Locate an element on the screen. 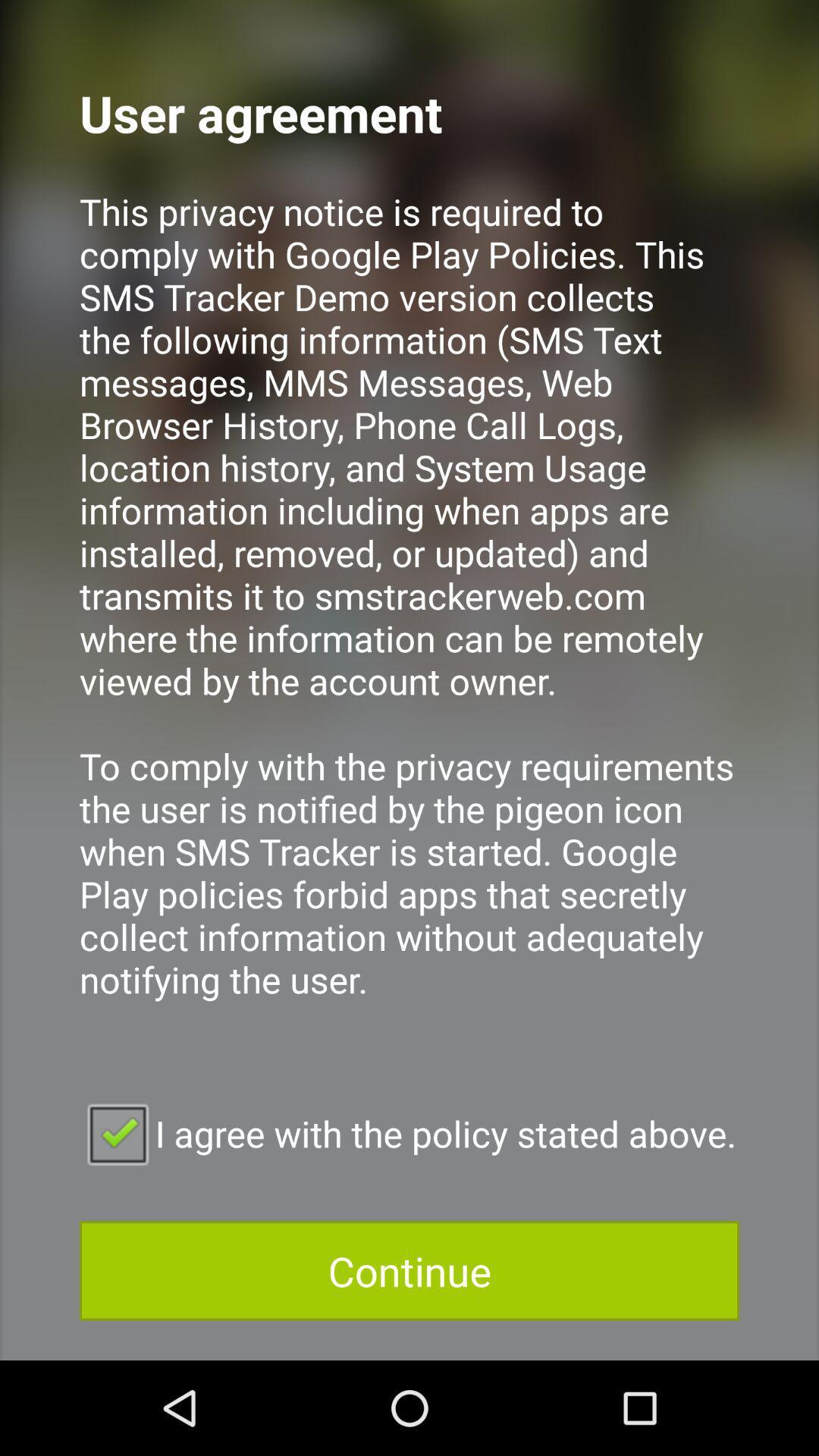  the continue item is located at coordinates (409, 1270).